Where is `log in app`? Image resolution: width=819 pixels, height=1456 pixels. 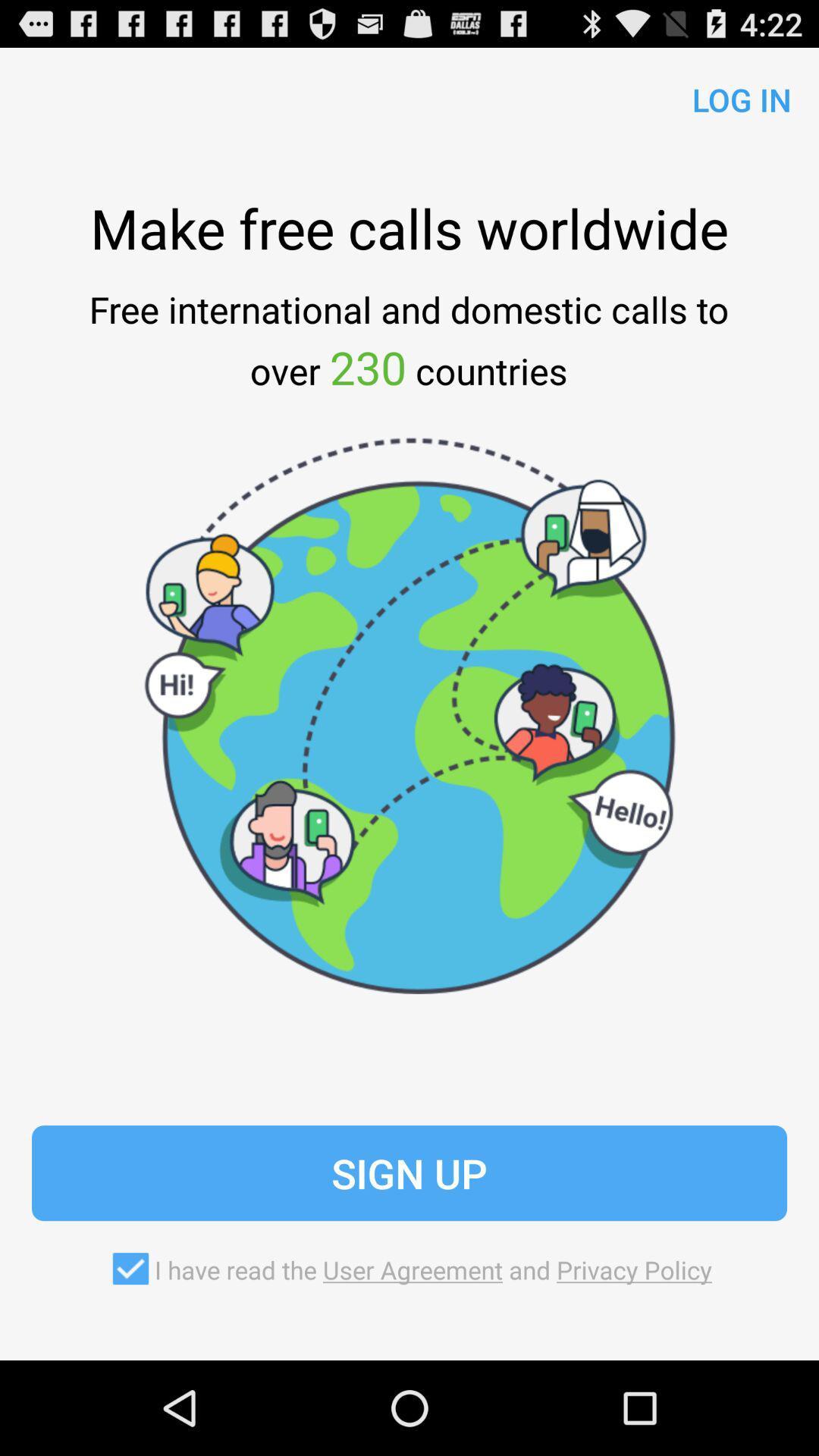 log in app is located at coordinates (735, 96).